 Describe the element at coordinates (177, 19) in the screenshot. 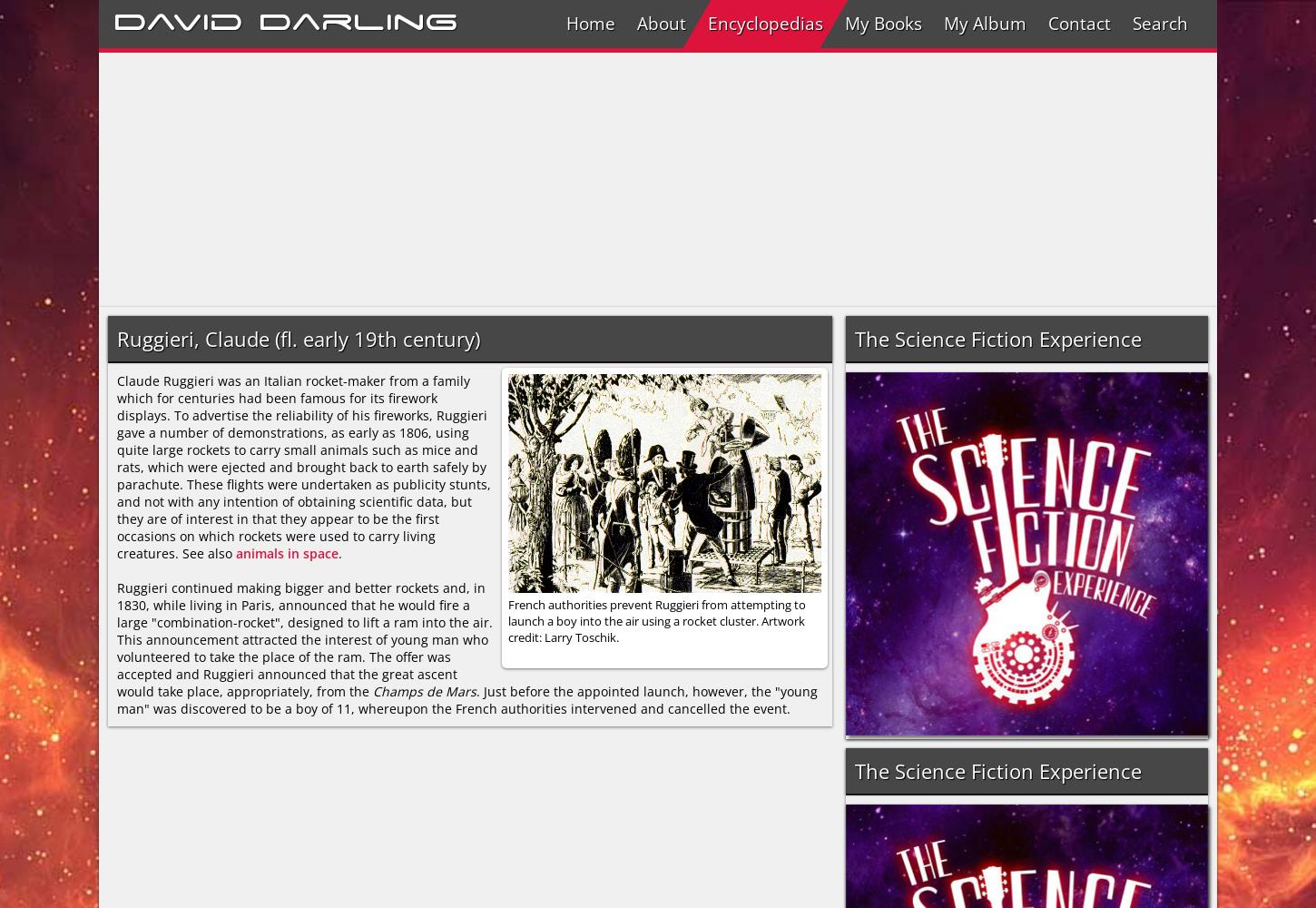

I see `'David'` at that location.